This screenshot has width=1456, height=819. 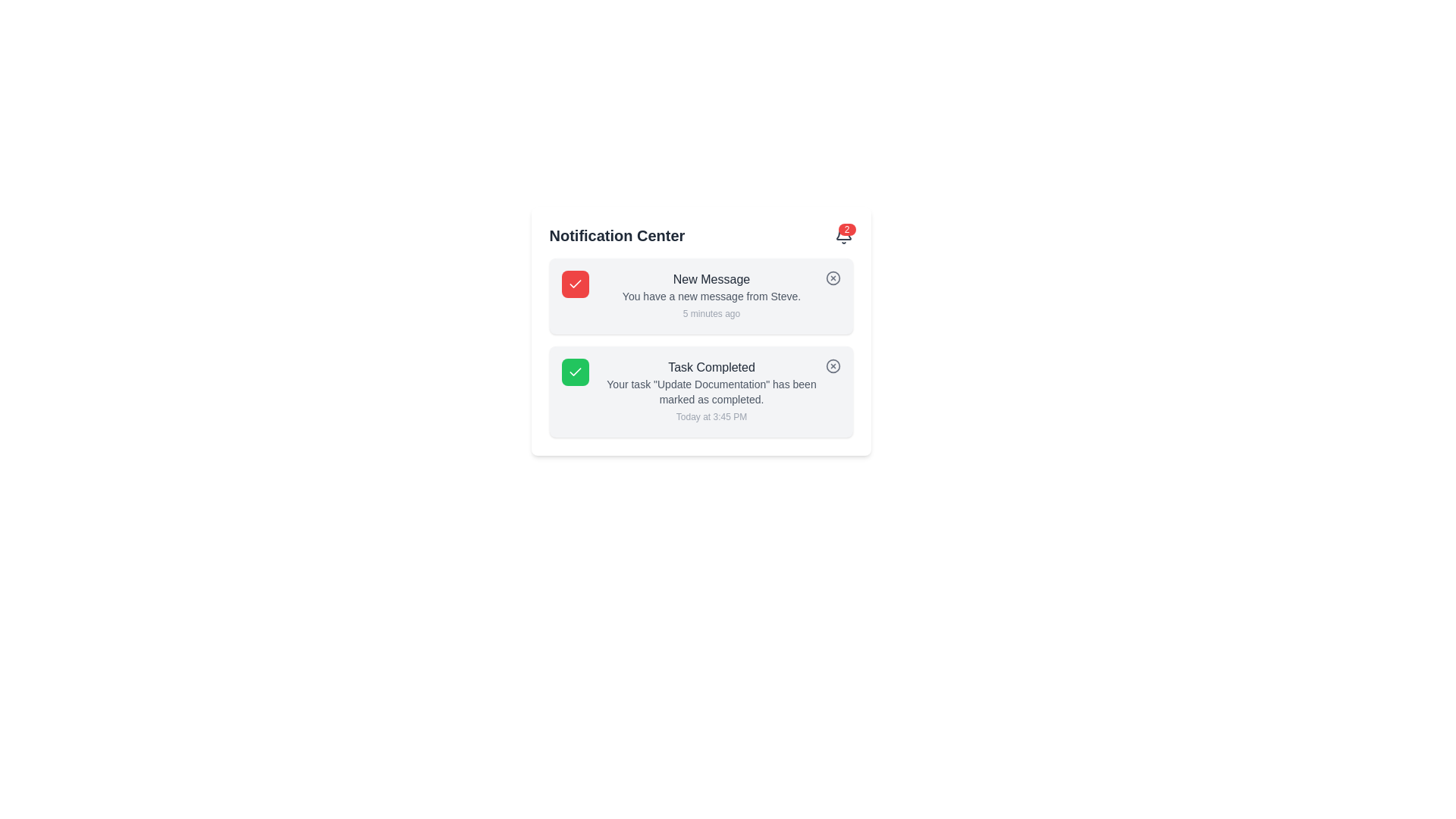 What do you see at coordinates (832, 366) in the screenshot?
I see `the circular removal button with a gray border and central 'X' in the top-right corner of the second notification card to visualize the color change to red, indicating interactivity` at bounding box center [832, 366].